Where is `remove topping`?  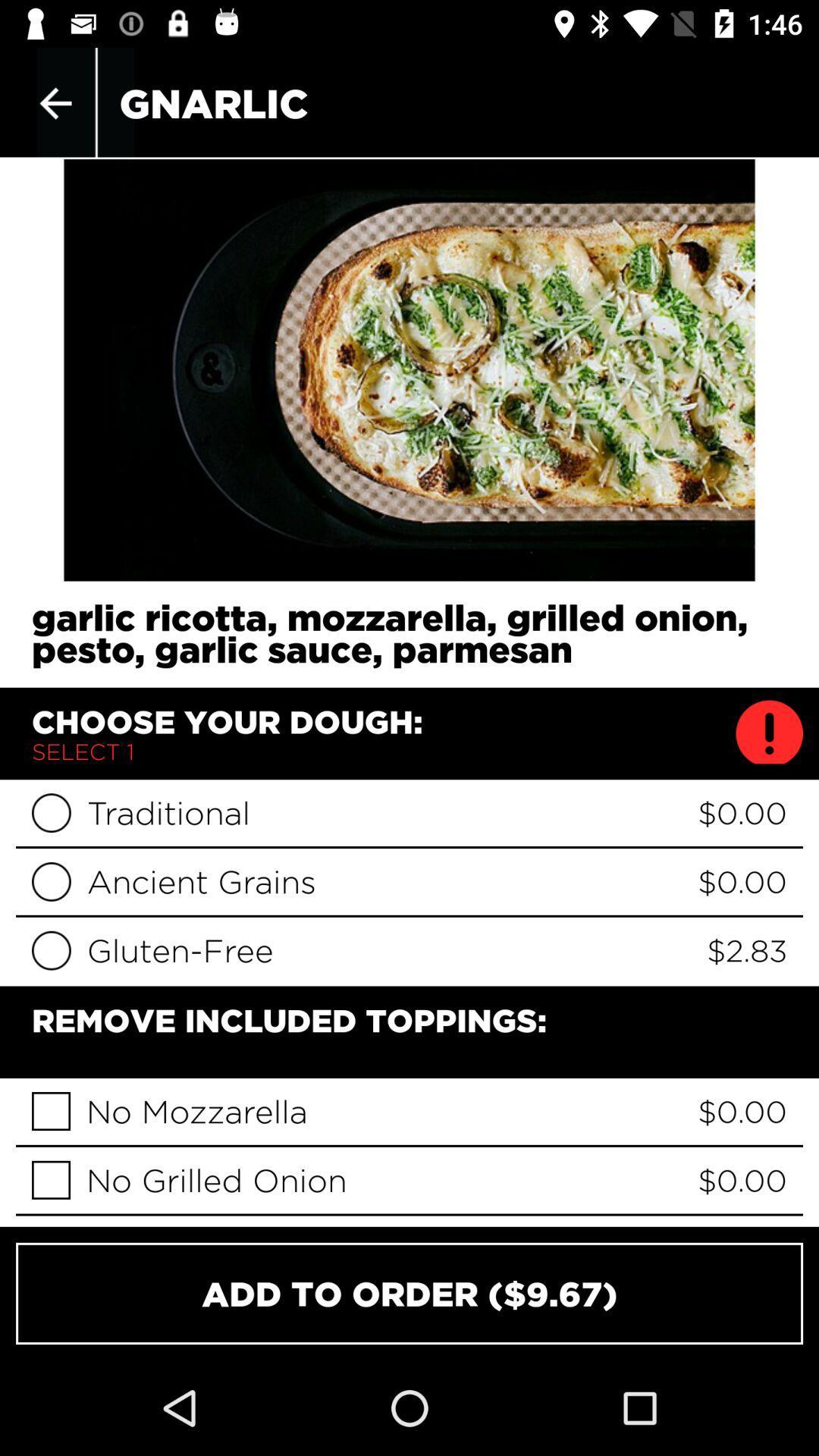 remove topping is located at coordinates (50, 1179).